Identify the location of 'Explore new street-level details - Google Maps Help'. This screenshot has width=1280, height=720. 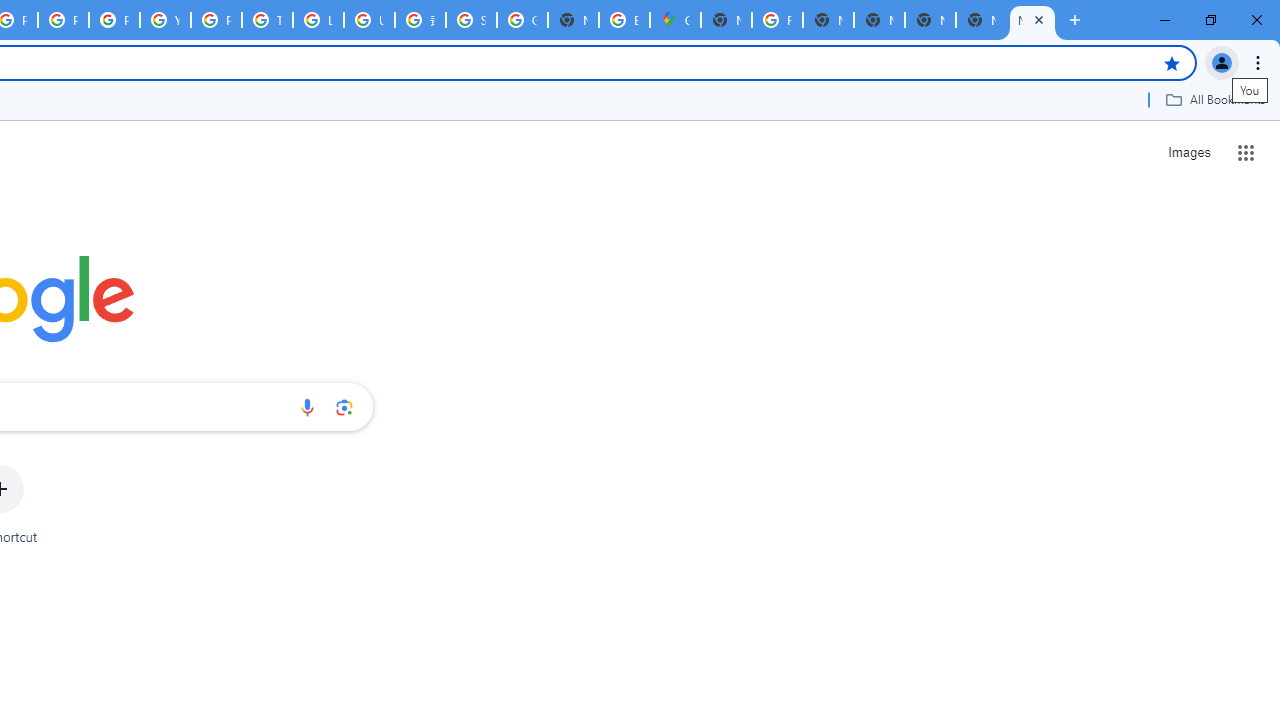
(623, 20).